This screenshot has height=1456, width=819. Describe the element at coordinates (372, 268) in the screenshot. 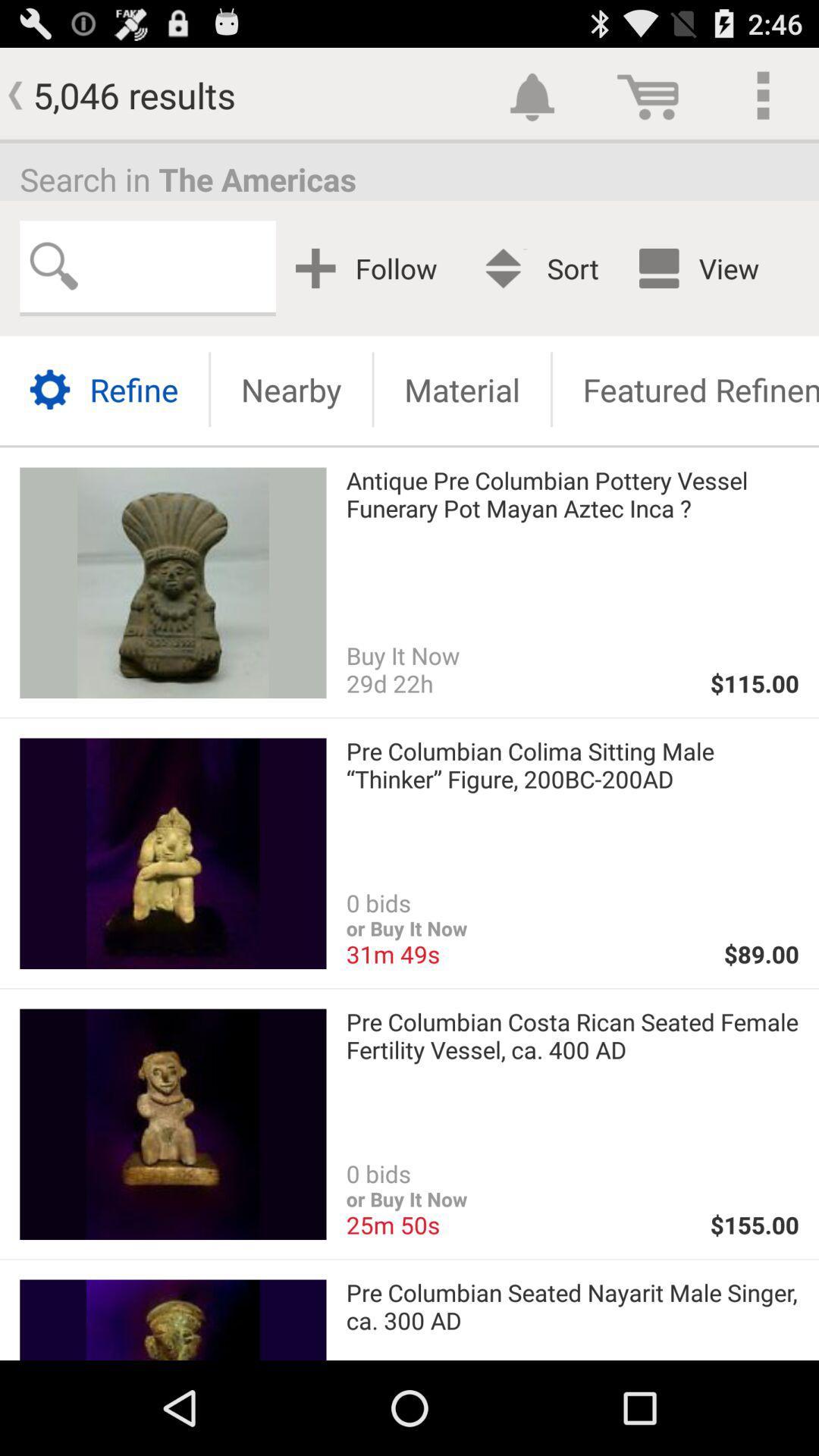

I see `follow icon` at that location.